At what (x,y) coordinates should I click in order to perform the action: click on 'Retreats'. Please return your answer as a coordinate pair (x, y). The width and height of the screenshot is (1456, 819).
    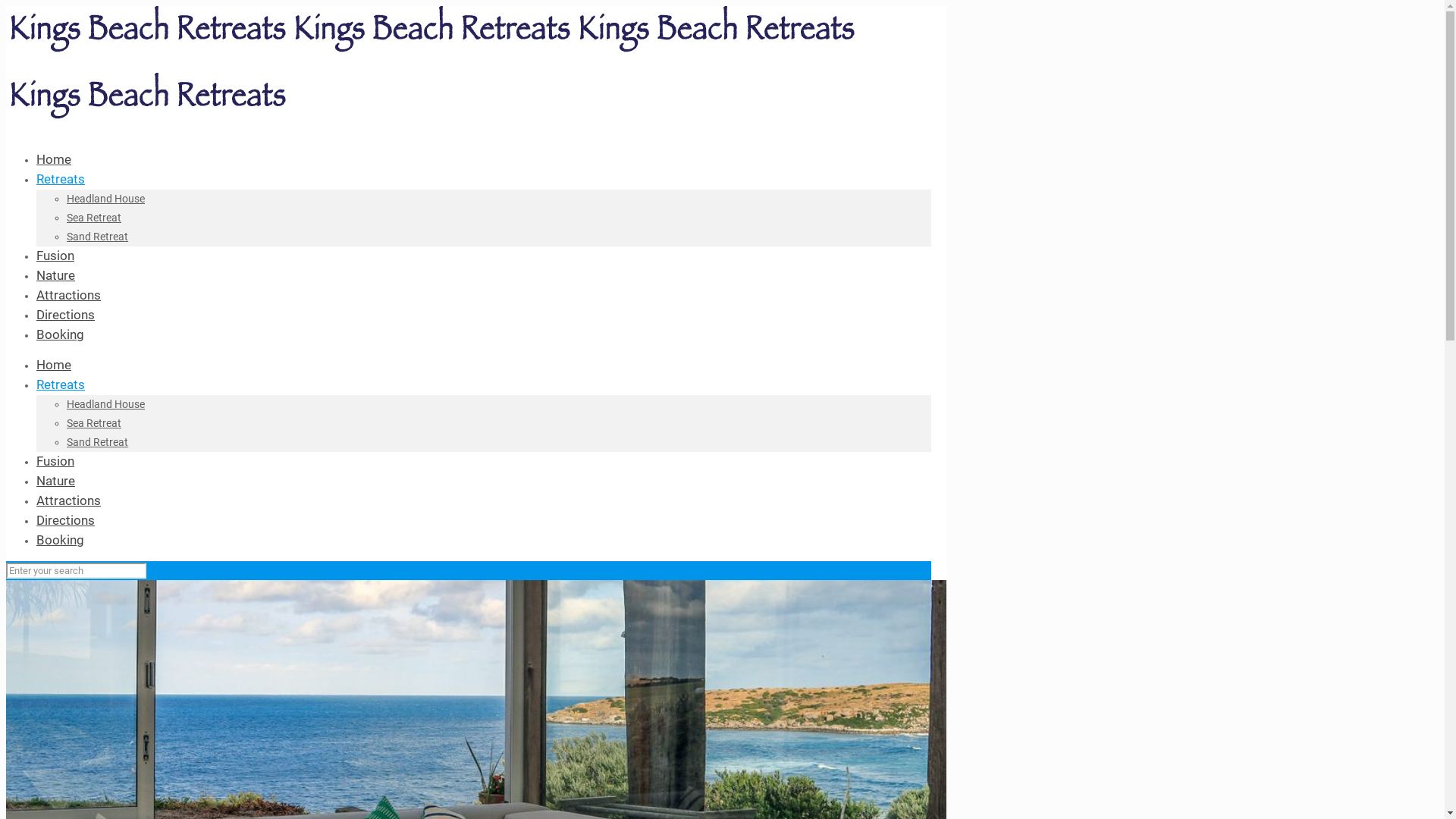
    Looking at the image, I should click on (36, 177).